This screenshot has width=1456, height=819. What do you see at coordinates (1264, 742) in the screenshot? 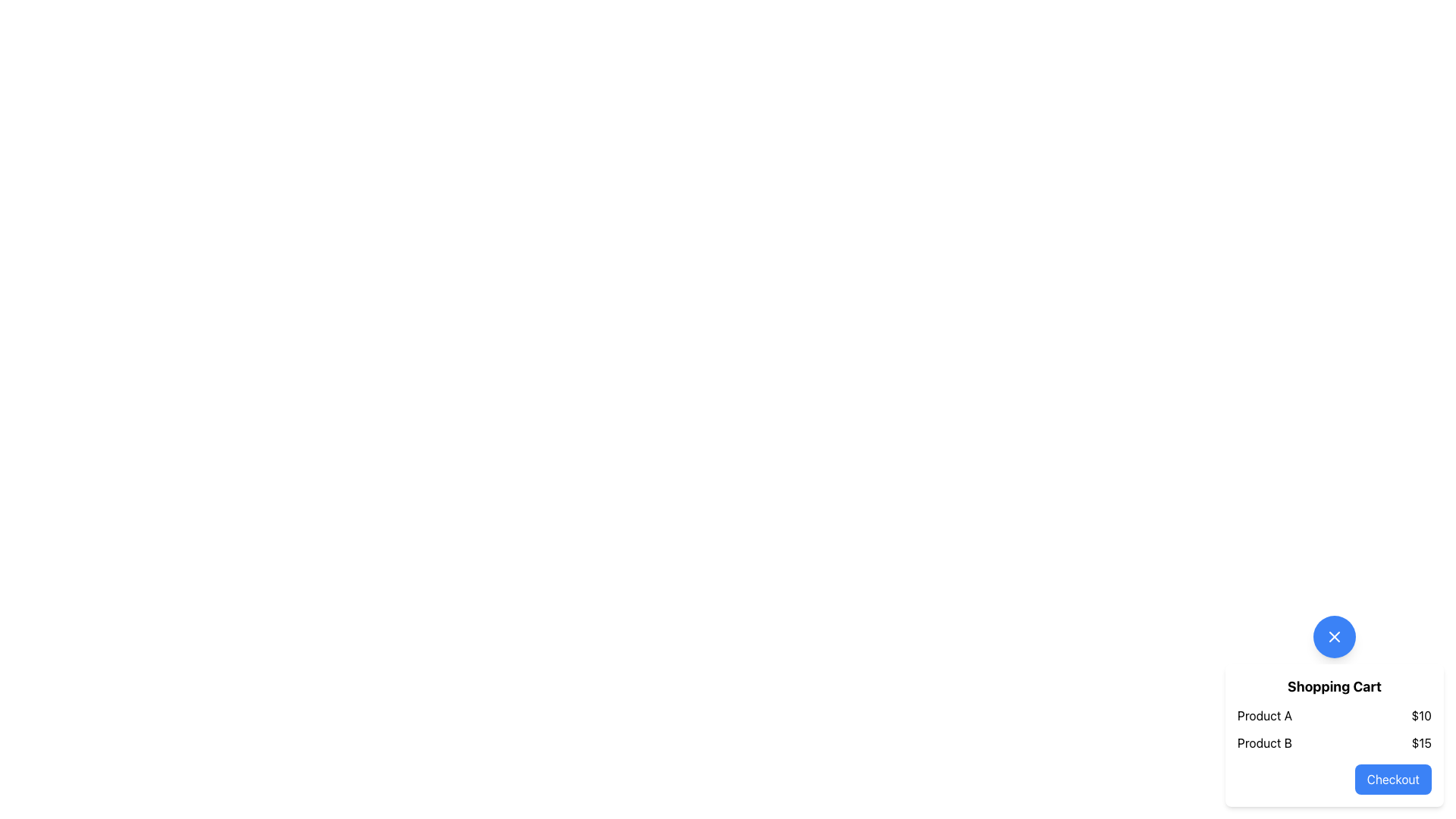
I see `the text label indicating the name of the product currently listed in the shopping cart, located beneath 'Product A' and its price, in the lower part of the shopping cart section` at bounding box center [1264, 742].